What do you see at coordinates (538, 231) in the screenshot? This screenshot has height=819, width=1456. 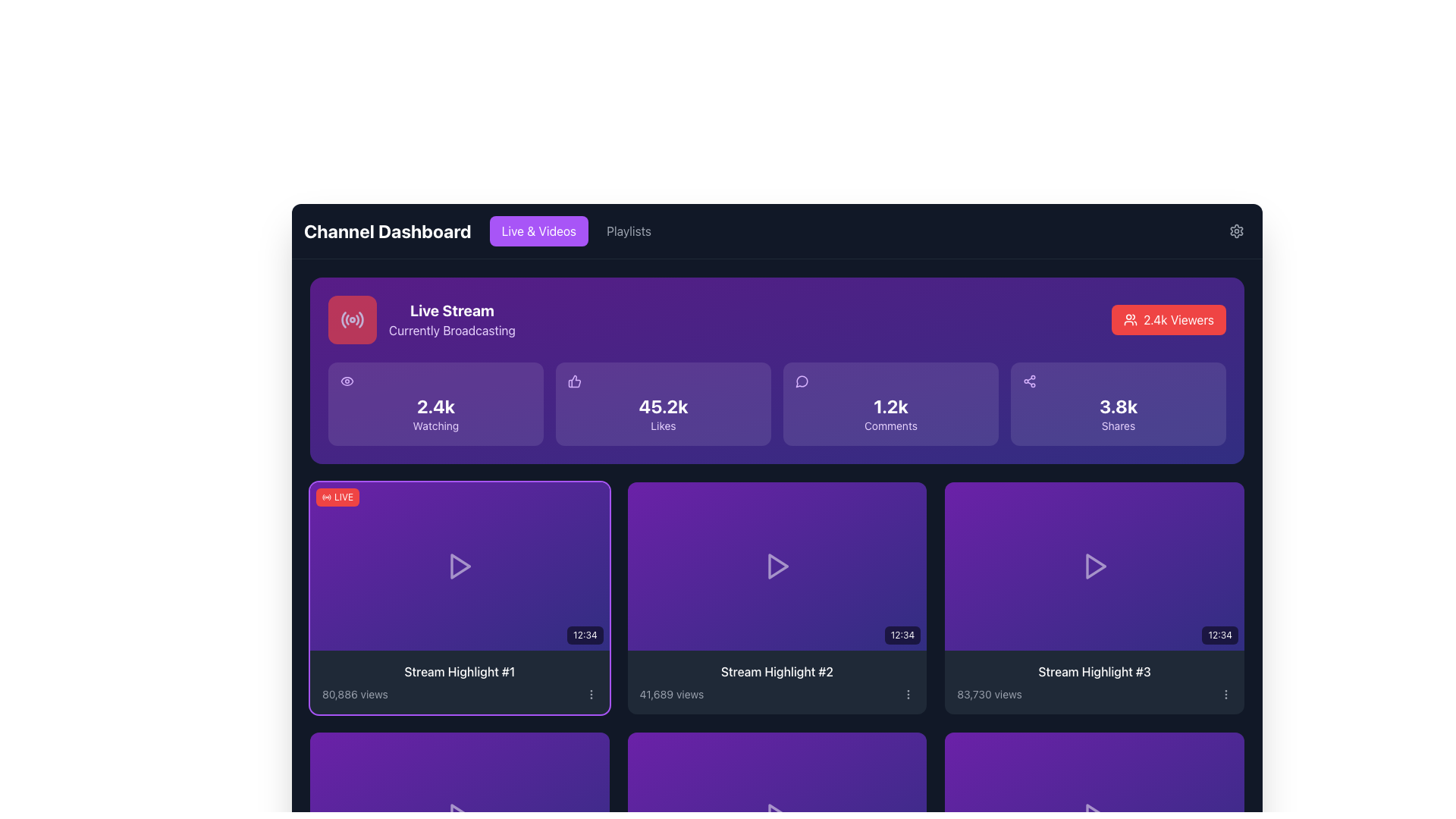 I see `the navigation button labeled 'Live & Videos'` at bounding box center [538, 231].